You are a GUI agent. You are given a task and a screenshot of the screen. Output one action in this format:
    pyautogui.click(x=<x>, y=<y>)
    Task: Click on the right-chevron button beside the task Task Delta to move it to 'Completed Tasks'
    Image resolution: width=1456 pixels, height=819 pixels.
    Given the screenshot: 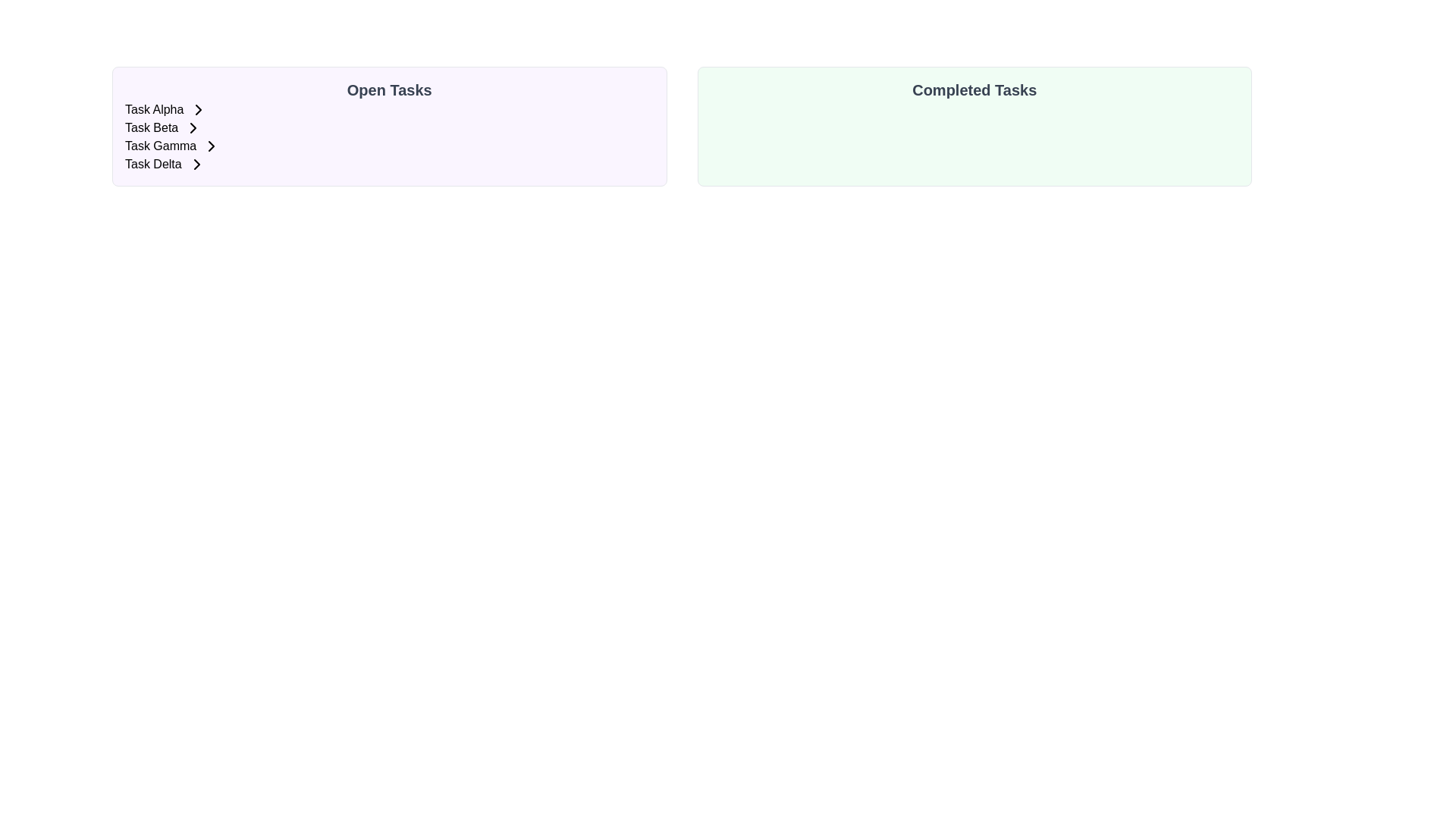 What is the action you would take?
    pyautogui.click(x=196, y=164)
    